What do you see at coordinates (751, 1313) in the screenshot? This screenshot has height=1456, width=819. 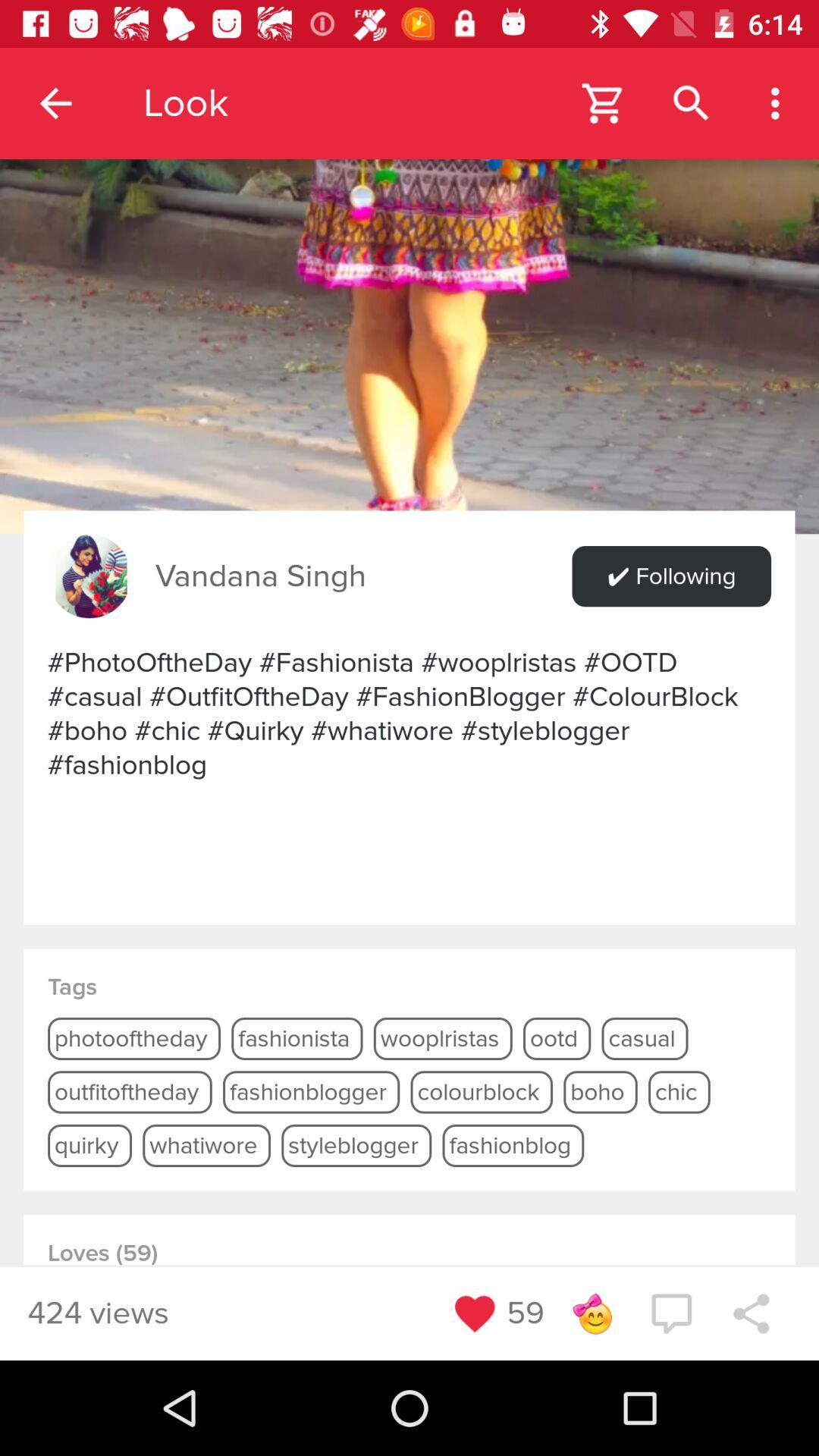 I see `share button to share with friends or on social media` at bounding box center [751, 1313].